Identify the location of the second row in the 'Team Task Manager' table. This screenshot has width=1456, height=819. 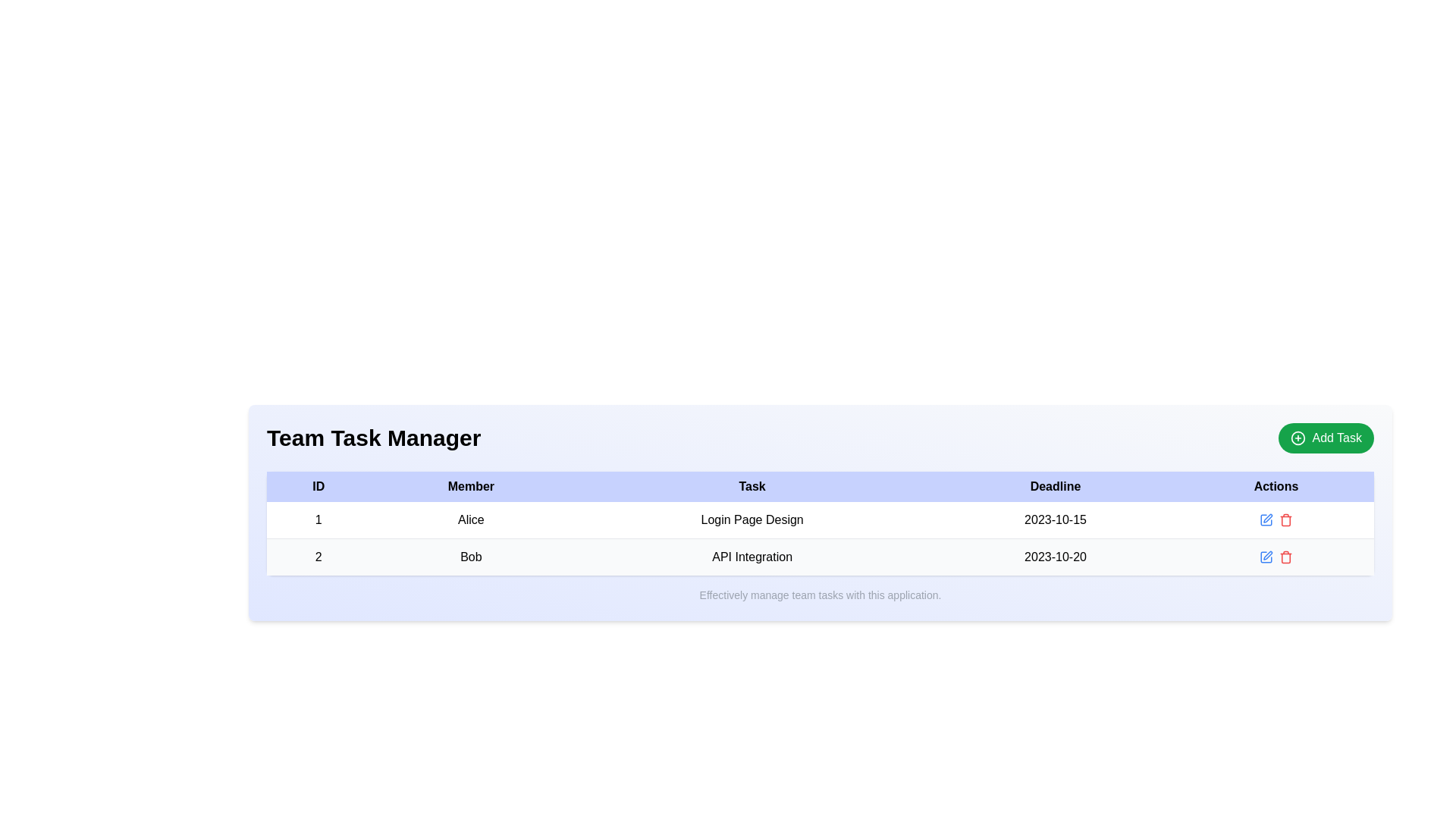
(819, 556).